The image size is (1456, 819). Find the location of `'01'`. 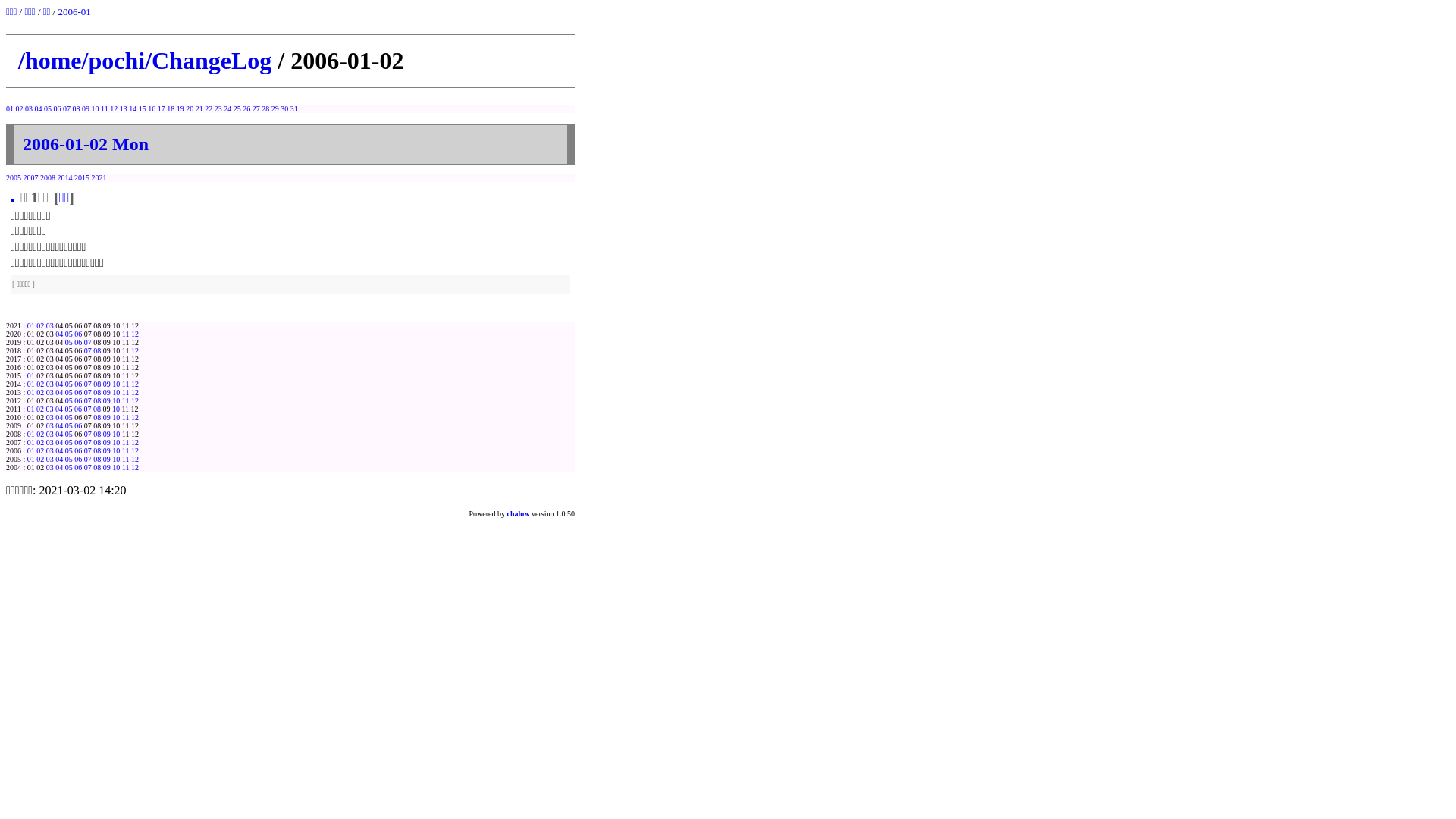

'01' is located at coordinates (27, 391).